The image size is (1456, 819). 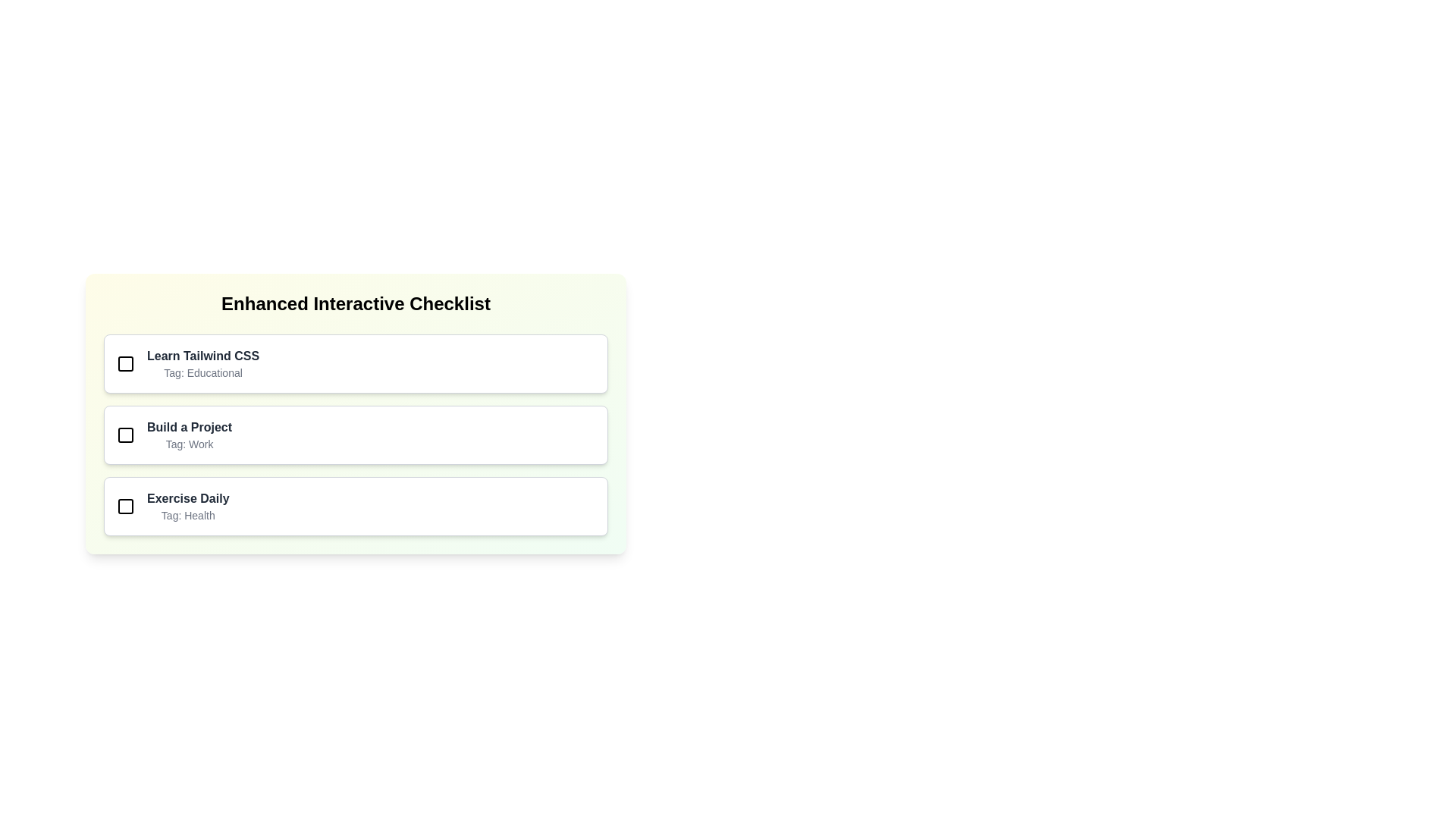 What do you see at coordinates (355, 363) in the screenshot?
I see `the checklist item for 'Learn Tailwind CSS', which includes a checkbox, title, and subtitle` at bounding box center [355, 363].